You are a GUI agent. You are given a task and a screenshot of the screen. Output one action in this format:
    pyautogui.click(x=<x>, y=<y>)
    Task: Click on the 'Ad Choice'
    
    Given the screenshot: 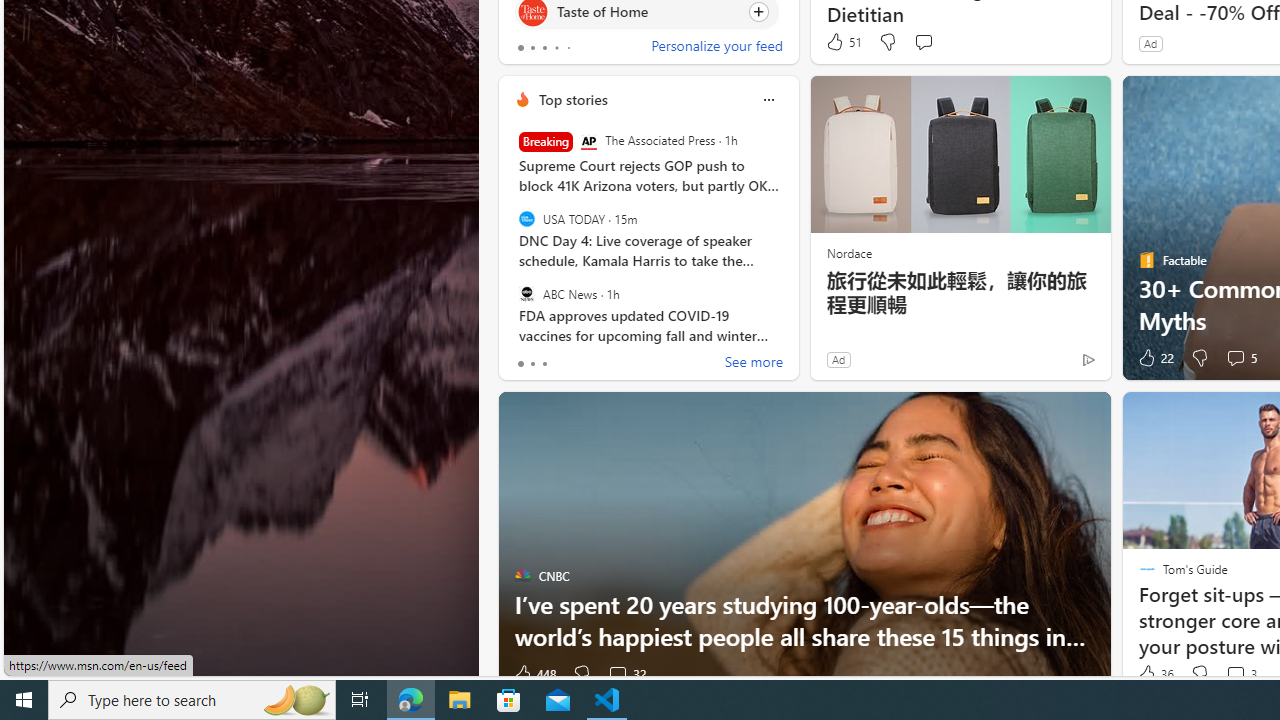 What is the action you would take?
    pyautogui.click(x=1087, y=358)
    